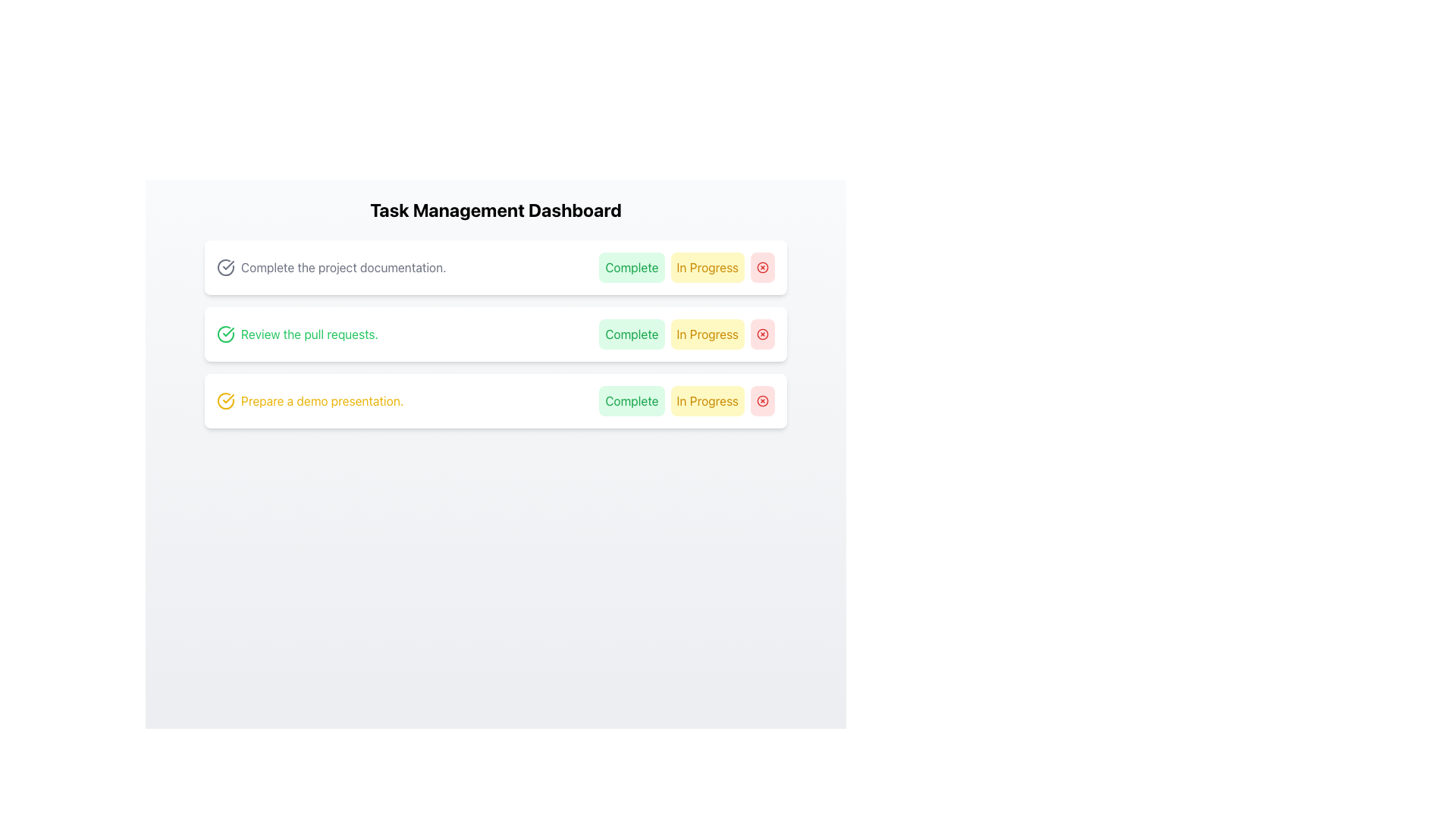 The image size is (1456, 819). What do you see at coordinates (224, 267) in the screenshot?
I see `the circular gray checkmark icon that represents a complete or confirmation symbol, located to the left of the text 'Complete the project documentation.' in the first task row of the task management dashboard` at bounding box center [224, 267].